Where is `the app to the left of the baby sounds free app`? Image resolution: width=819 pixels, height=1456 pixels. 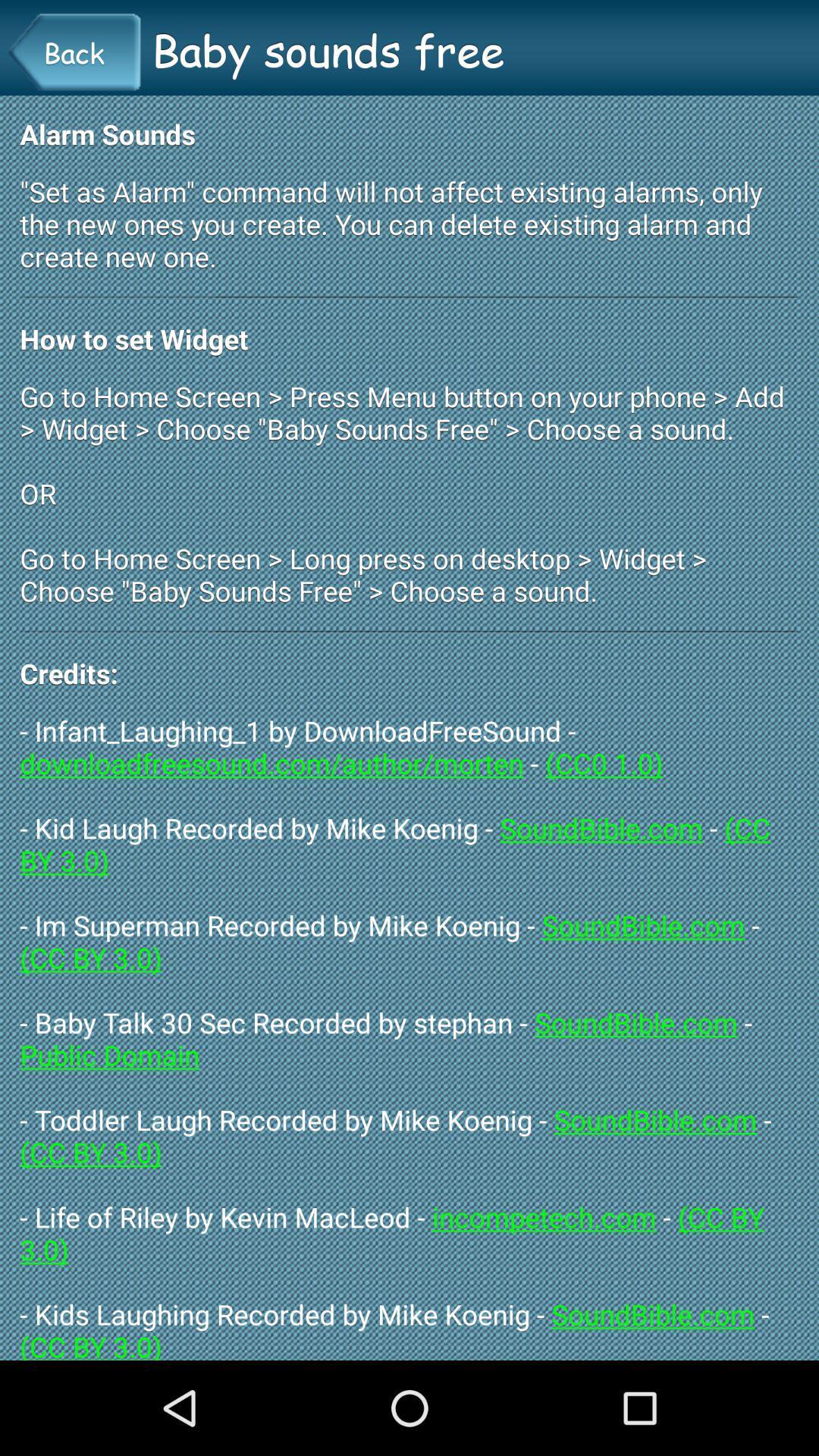 the app to the left of the baby sounds free app is located at coordinates (74, 52).